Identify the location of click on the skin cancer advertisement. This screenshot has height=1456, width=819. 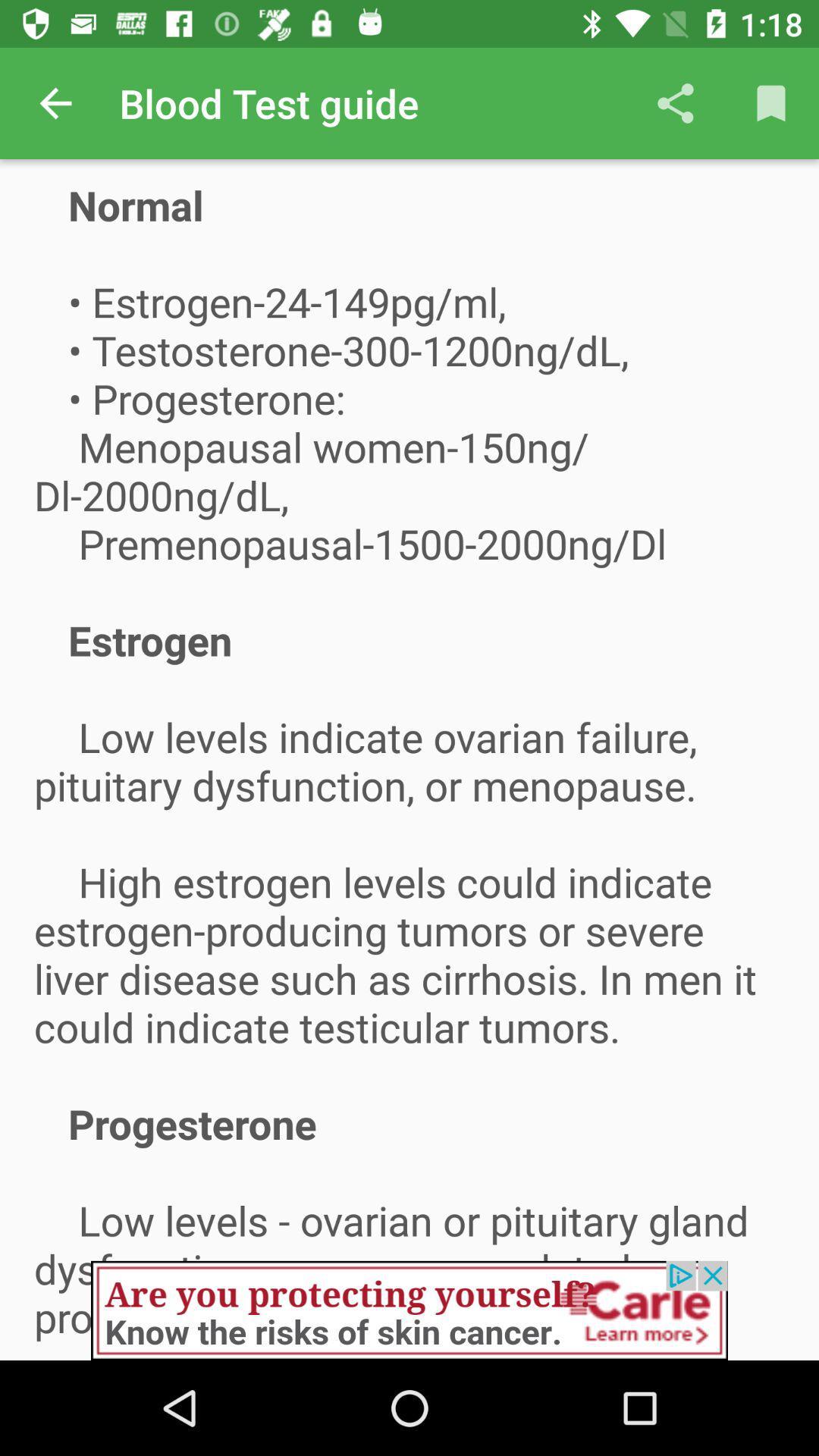
(409, 1310).